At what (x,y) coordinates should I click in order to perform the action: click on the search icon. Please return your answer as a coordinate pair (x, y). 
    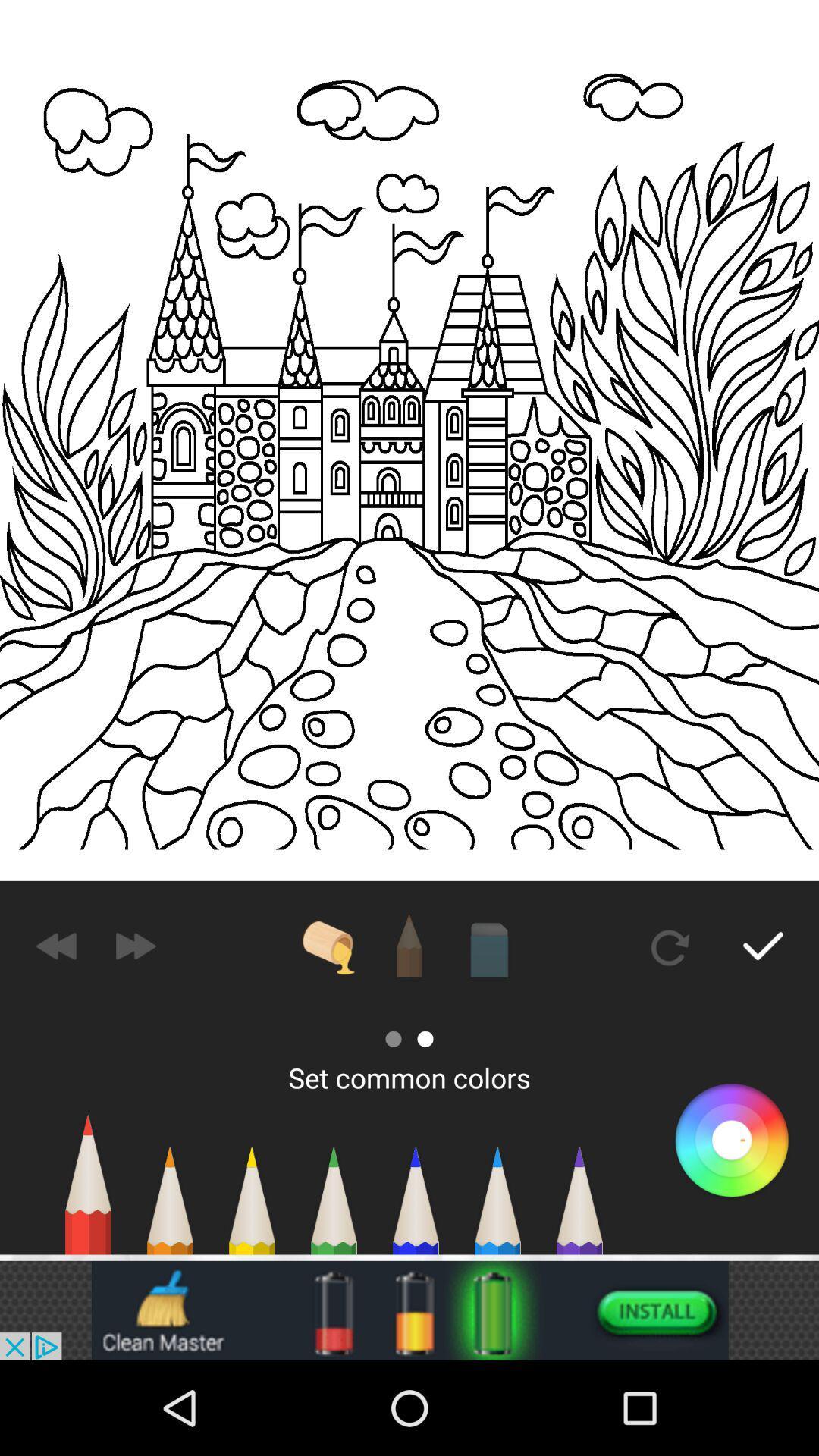
    Looking at the image, I should click on (731, 1220).